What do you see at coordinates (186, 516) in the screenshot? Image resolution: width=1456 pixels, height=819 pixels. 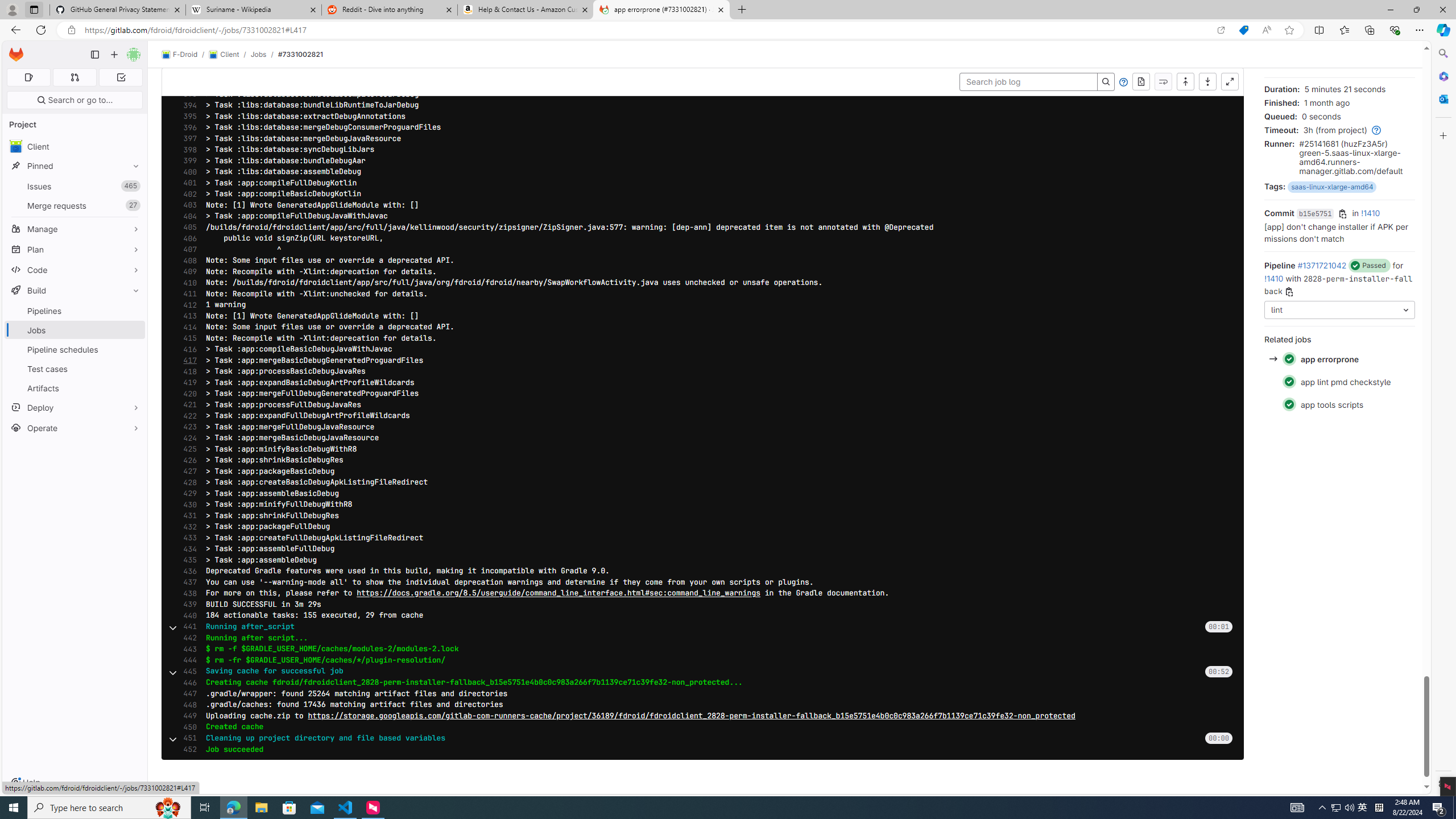 I see `'431'` at bounding box center [186, 516].